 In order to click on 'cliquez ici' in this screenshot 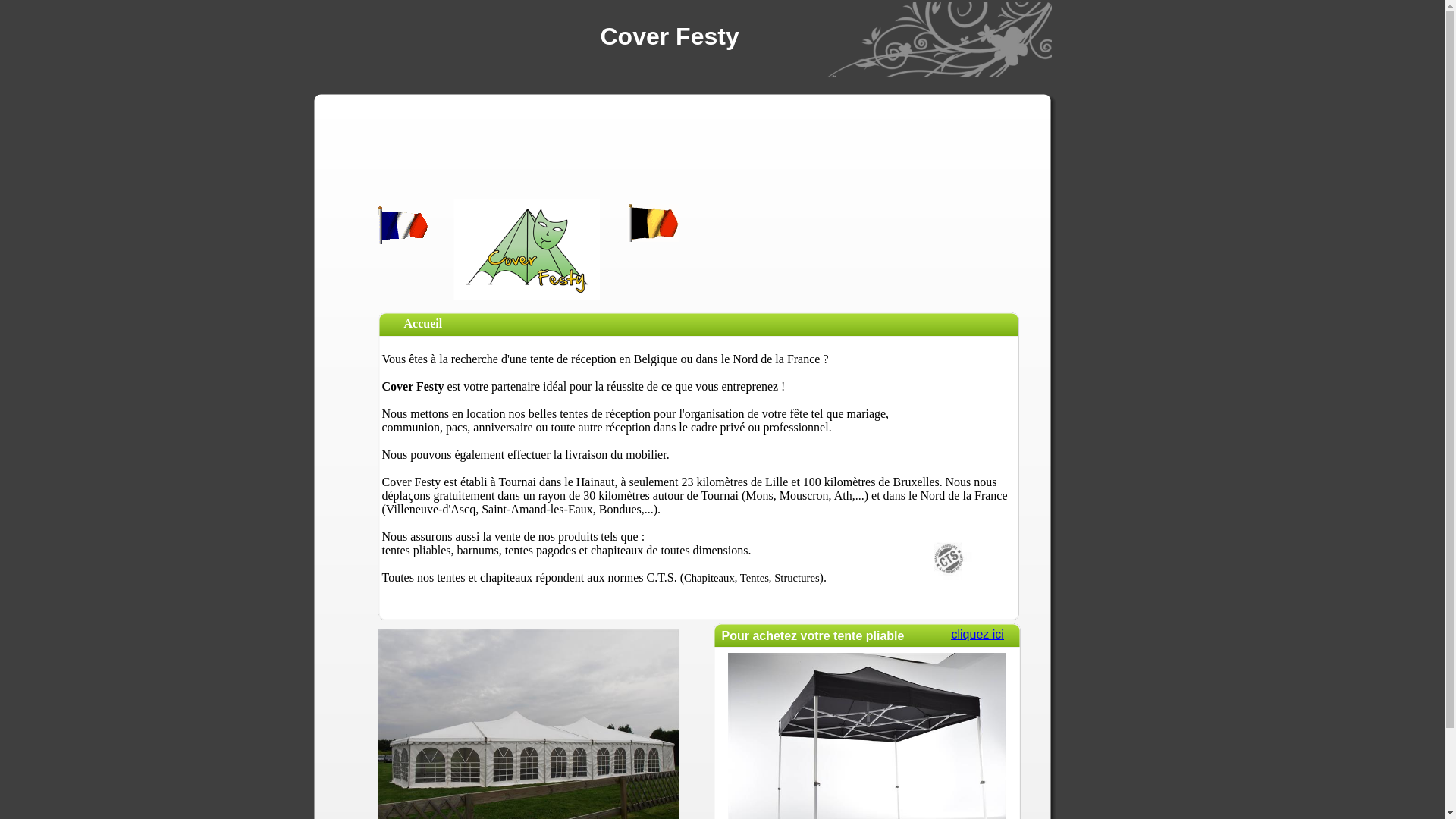, I will do `click(977, 634)`.